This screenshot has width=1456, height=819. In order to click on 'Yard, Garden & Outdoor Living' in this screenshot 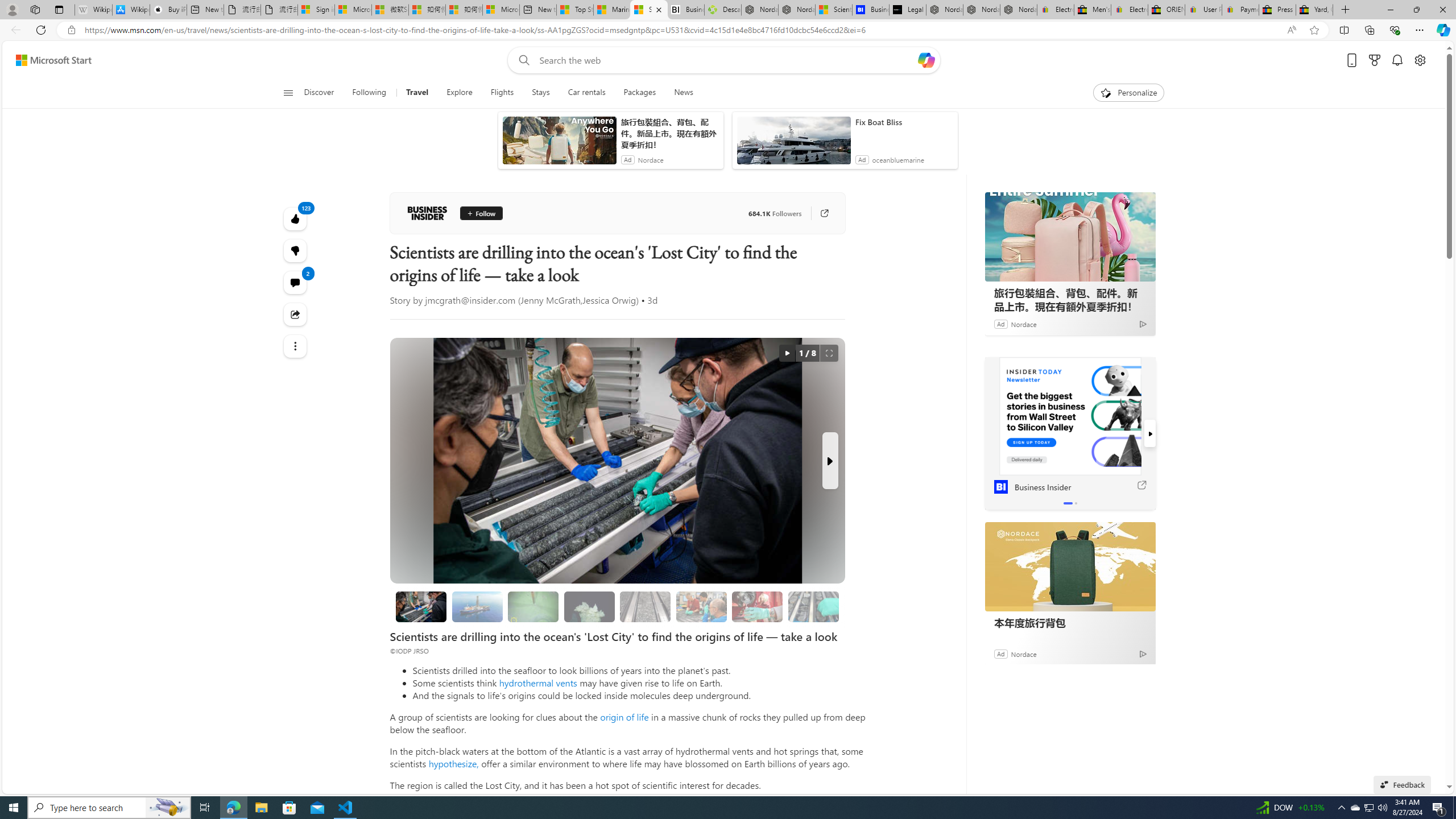, I will do `click(1314, 9)`.